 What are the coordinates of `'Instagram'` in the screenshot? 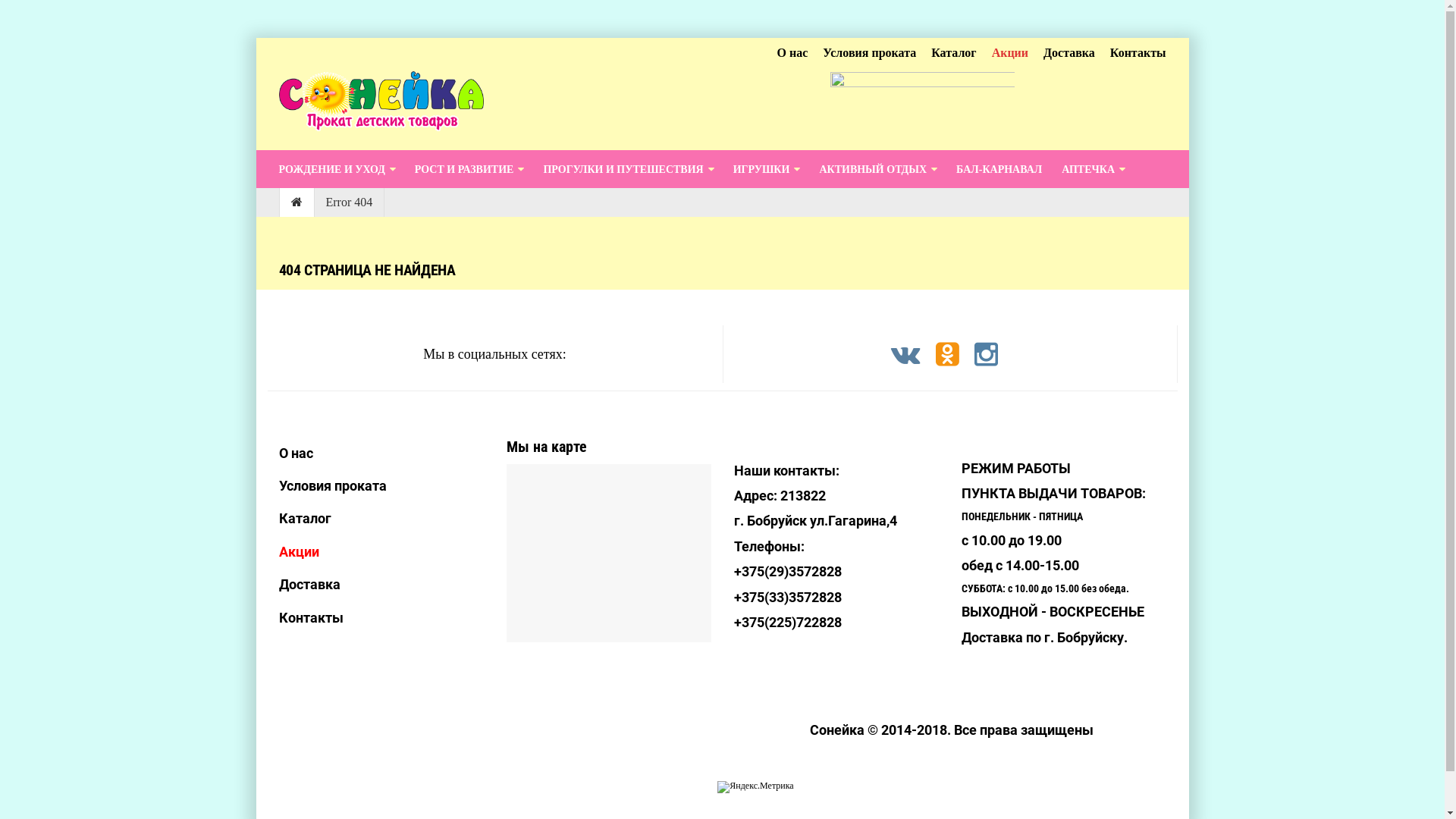 It's located at (973, 353).